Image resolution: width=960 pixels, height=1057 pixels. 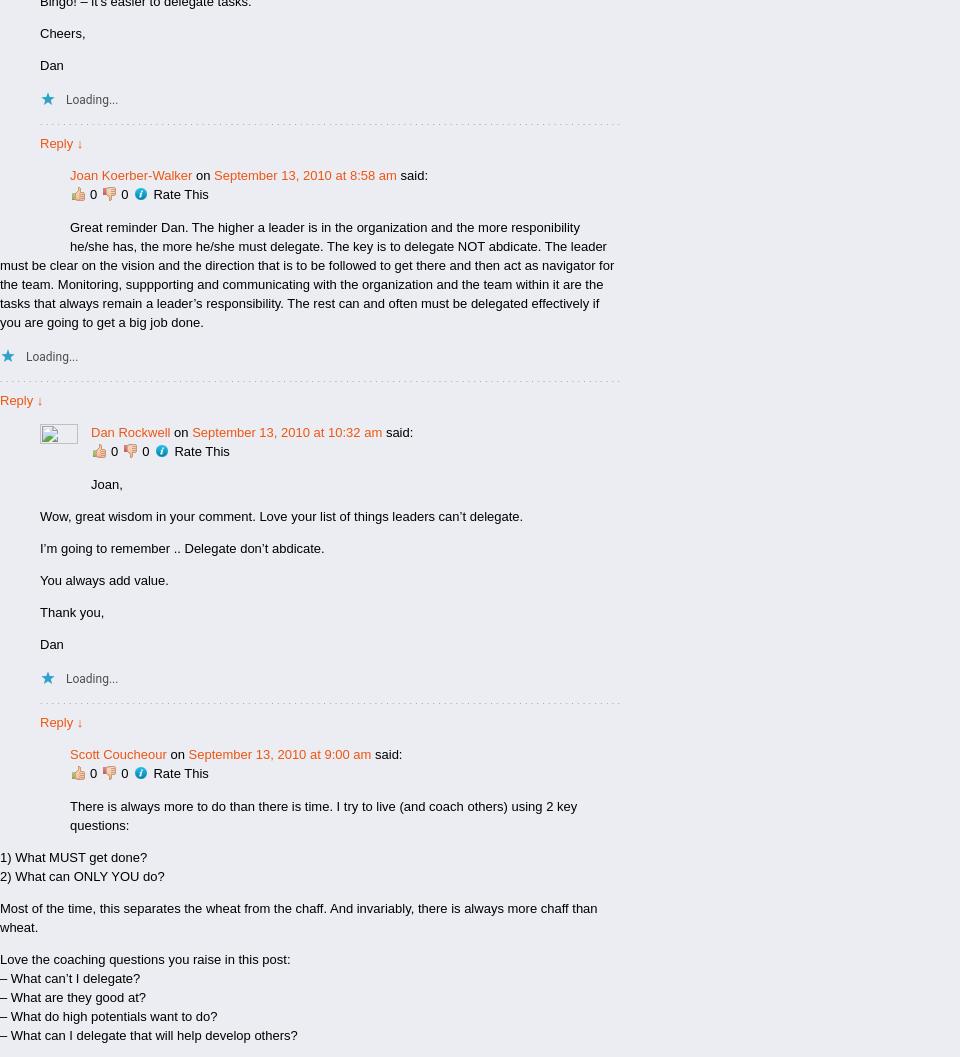 What do you see at coordinates (130, 175) in the screenshot?
I see `'Joan Koerber-Walker'` at bounding box center [130, 175].